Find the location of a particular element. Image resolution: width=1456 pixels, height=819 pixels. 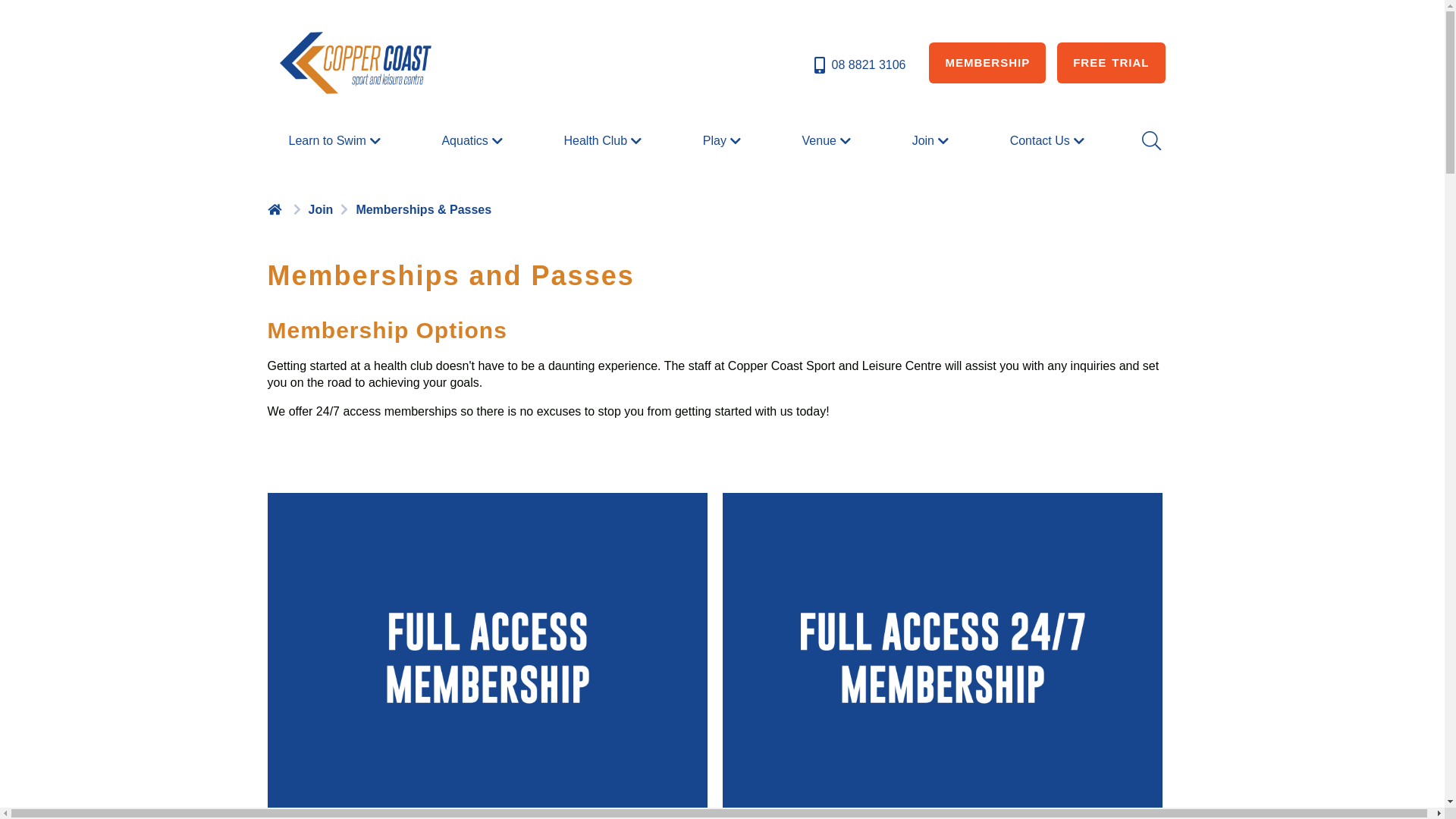

'Venue' is located at coordinates (827, 140).